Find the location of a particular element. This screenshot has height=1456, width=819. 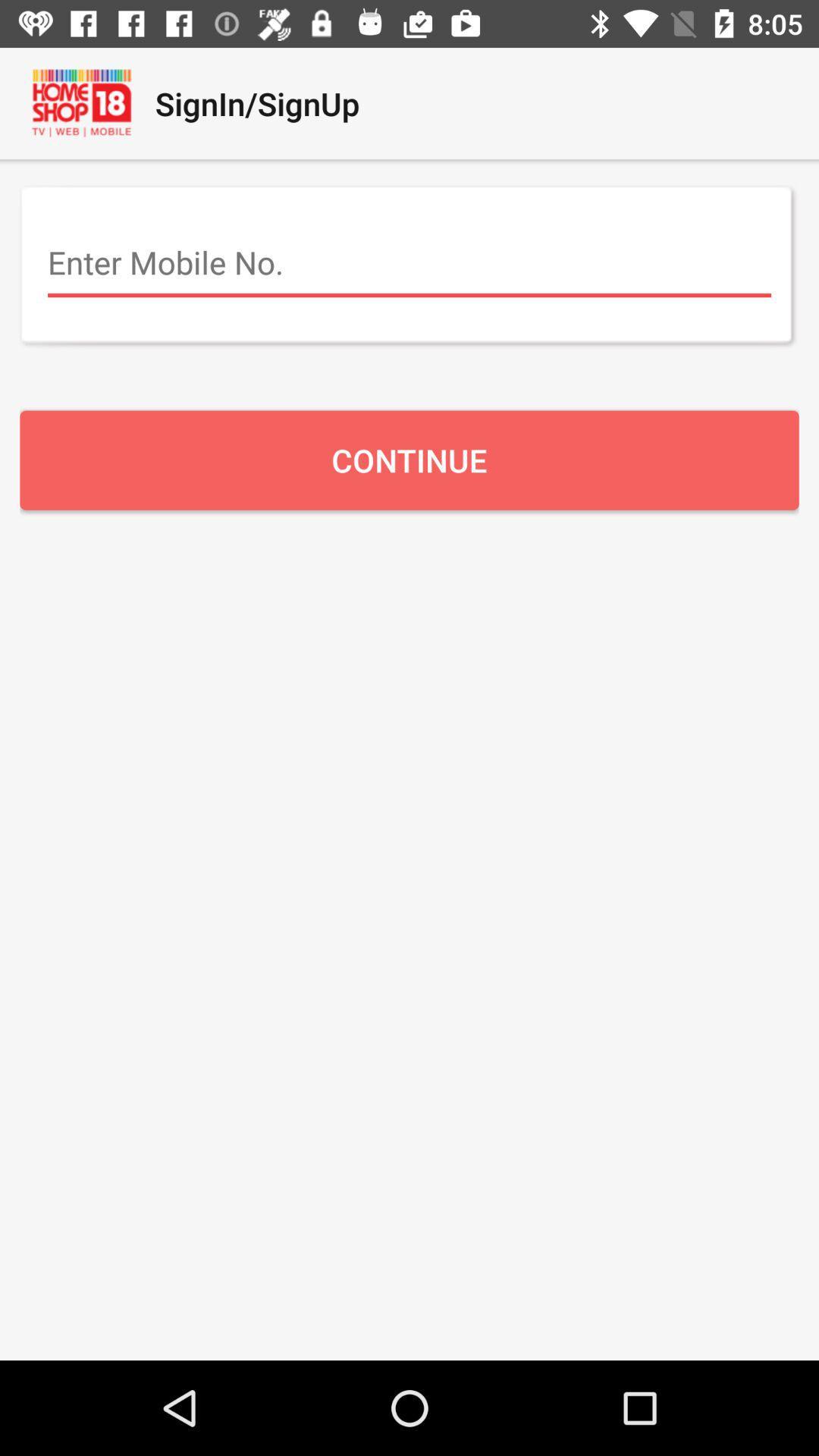

the continue is located at coordinates (409, 460).